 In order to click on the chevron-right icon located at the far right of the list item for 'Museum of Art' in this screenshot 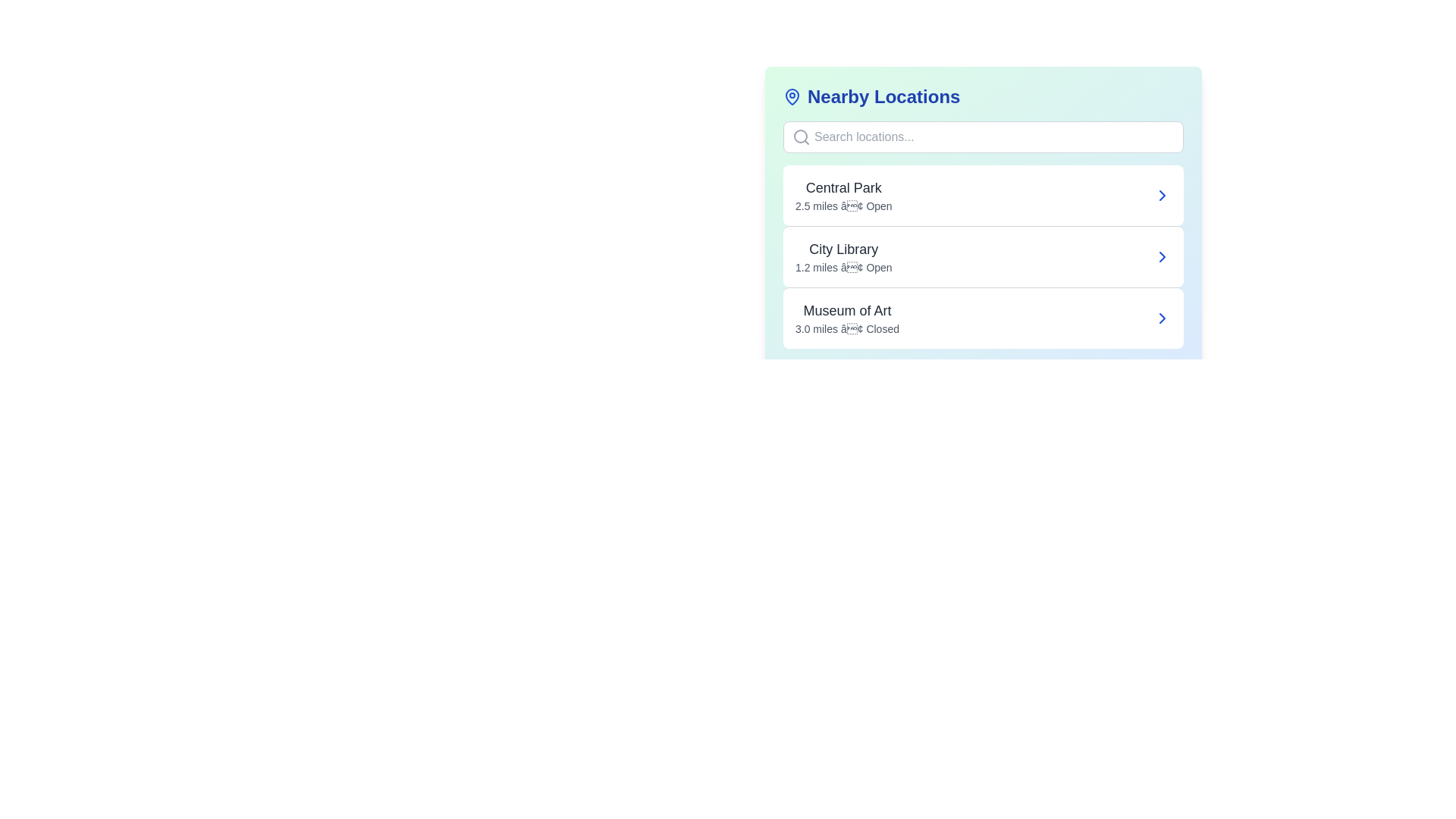, I will do `click(1161, 318)`.